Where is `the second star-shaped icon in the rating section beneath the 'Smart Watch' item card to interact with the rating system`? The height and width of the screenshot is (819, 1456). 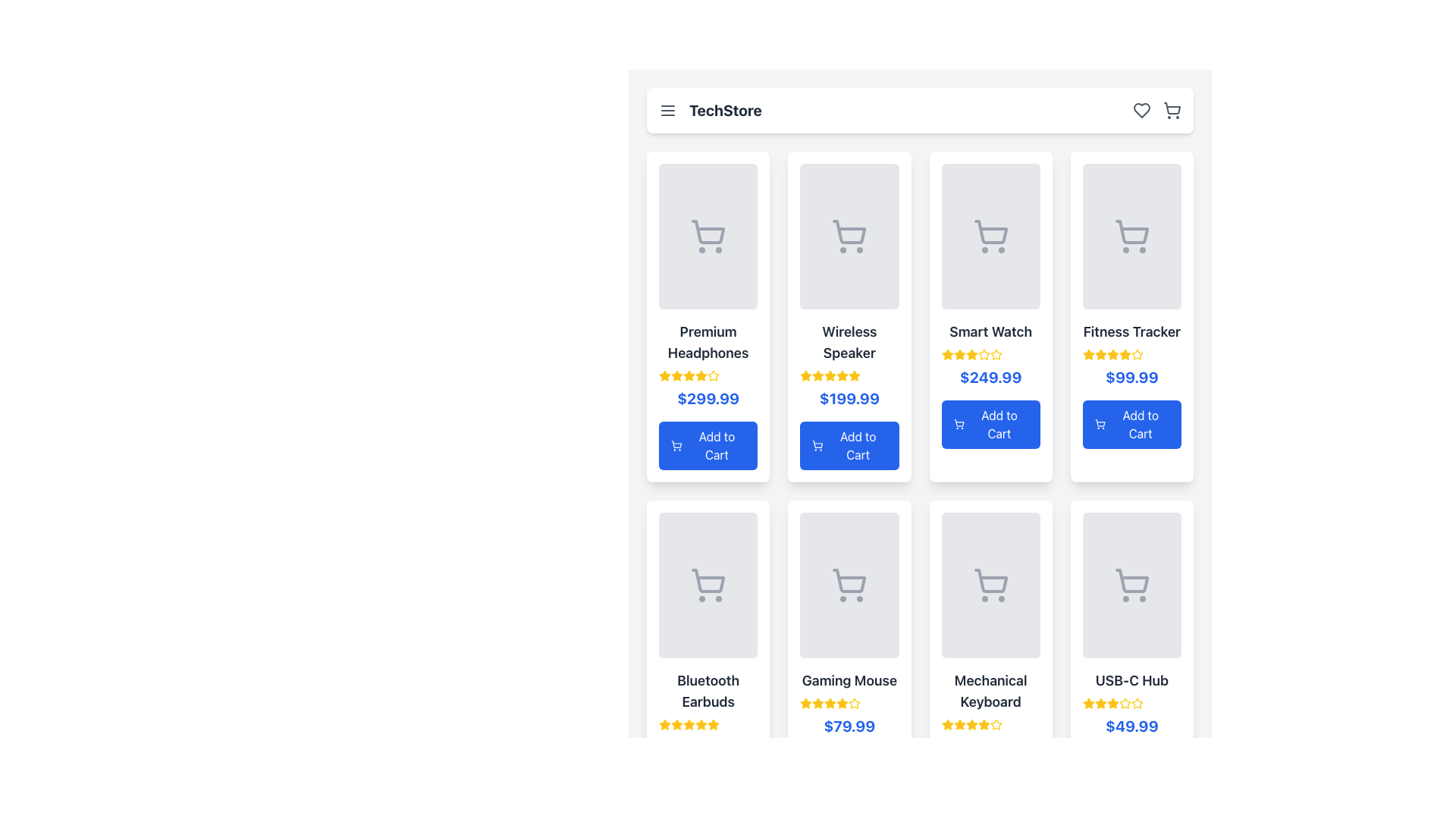
the second star-shaped icon in the rating section beneath the 'Smart Watch' item card to interact with the rating system is located at coordinates (959, 353).